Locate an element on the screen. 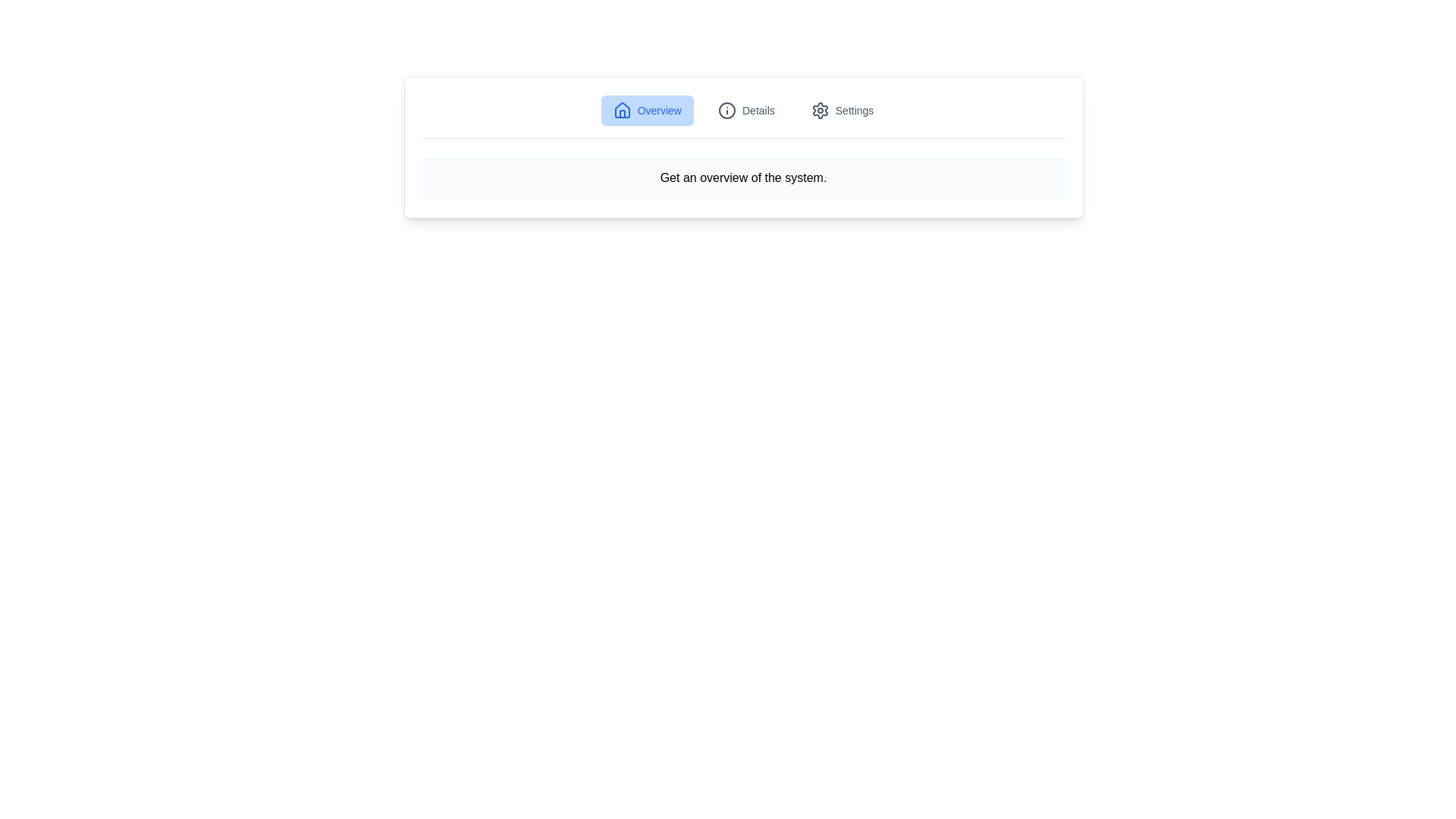 This screenshot has width=1456, height=819. the 'Details' text link located on the horizontal navigation bar is located at coordinates (758, 110).